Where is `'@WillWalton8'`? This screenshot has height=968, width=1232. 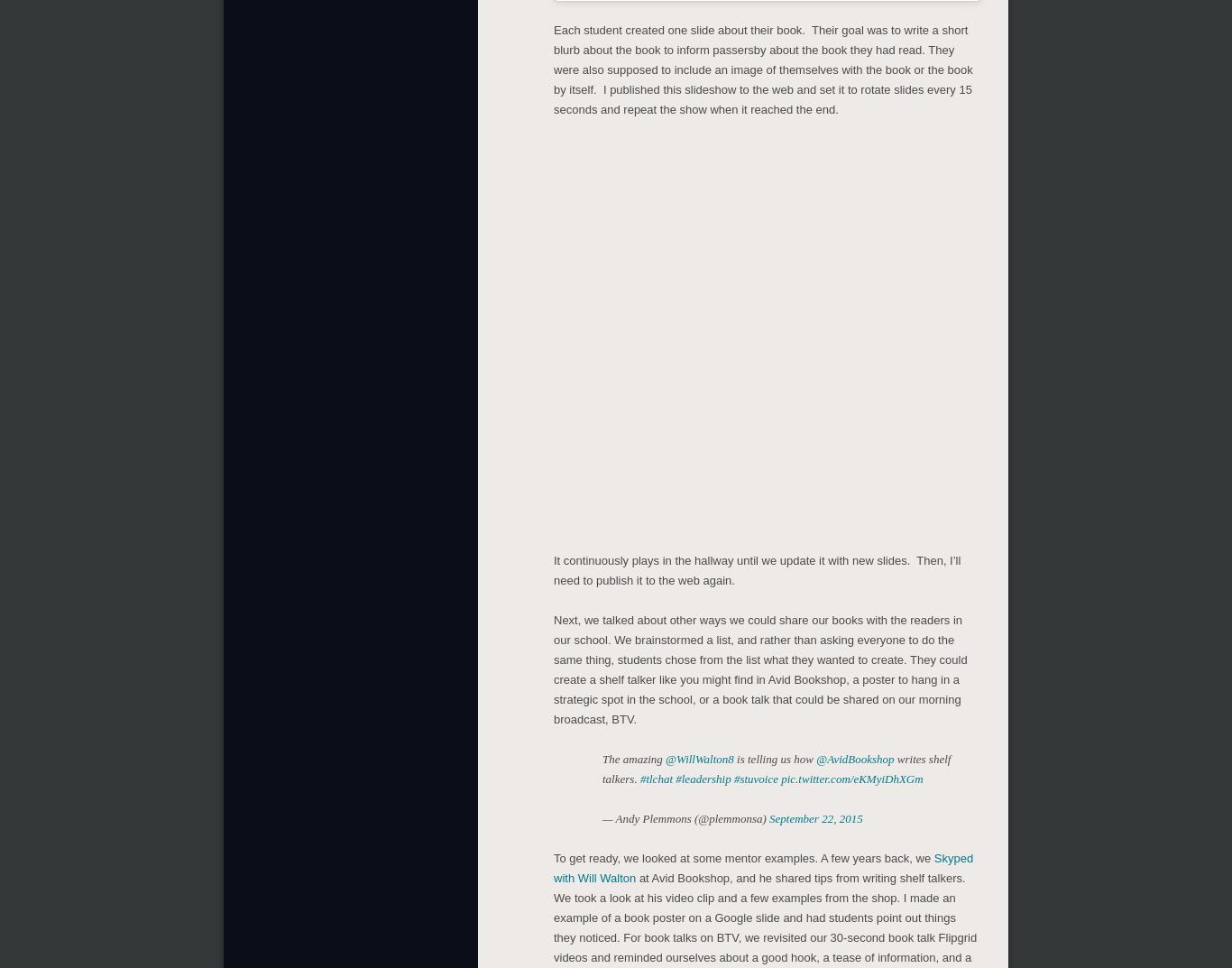
'@WillWalton8' is located at coordinates (699, 758).